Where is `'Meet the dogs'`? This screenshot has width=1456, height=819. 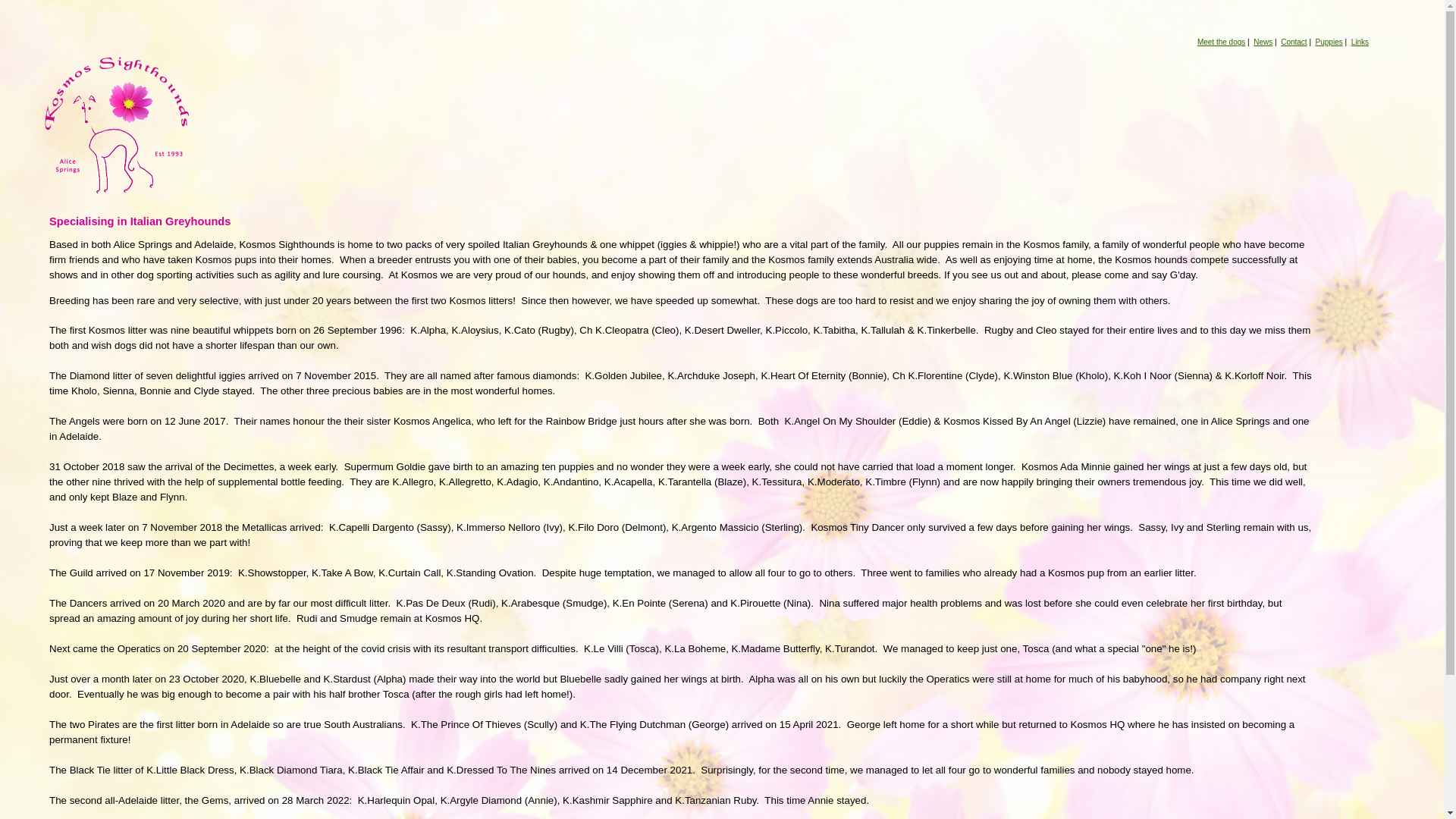 'Meet the dogs' is located at coordinates (1221, 41).